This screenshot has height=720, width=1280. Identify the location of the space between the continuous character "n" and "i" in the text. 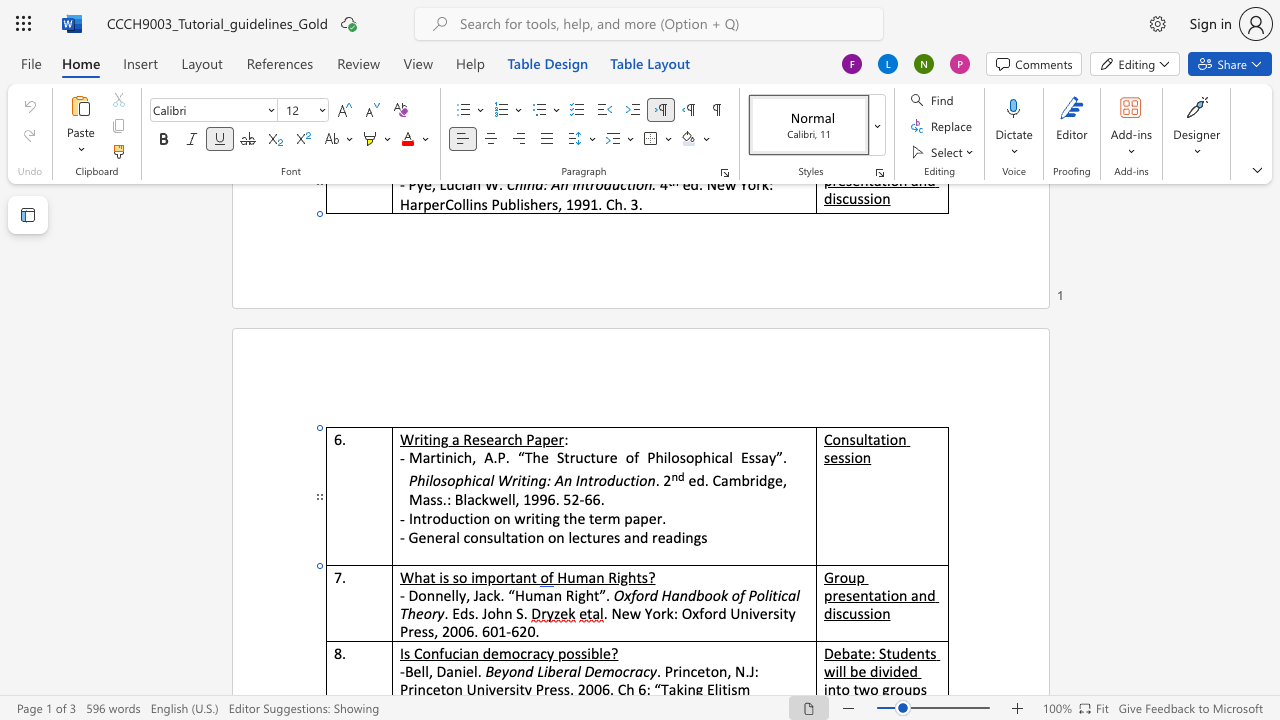
(451, 457).